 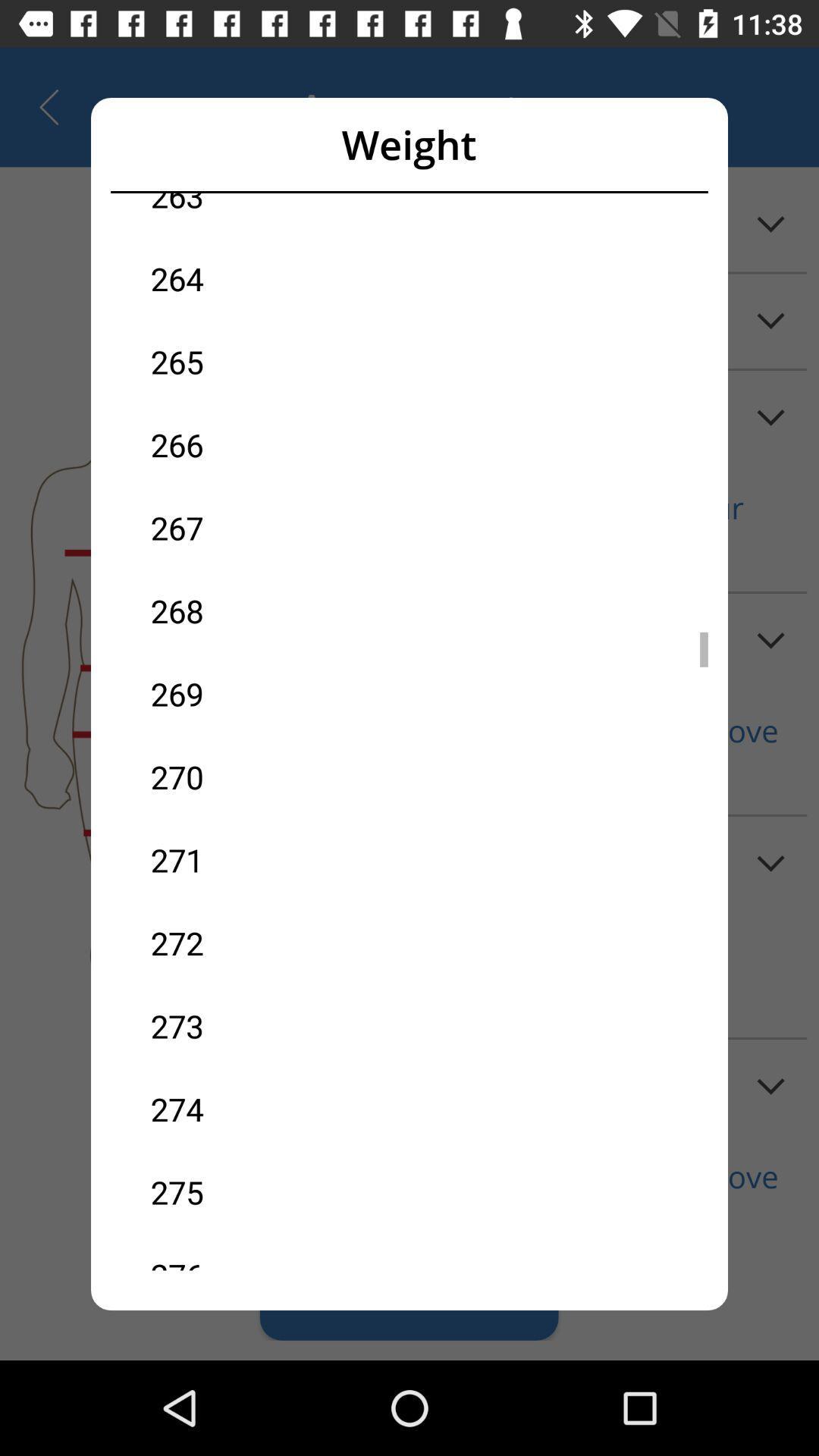 What do you see at coordinates (280, 777) in the screenshot?
I see `item above the 271` at bounding box center [280, 777].